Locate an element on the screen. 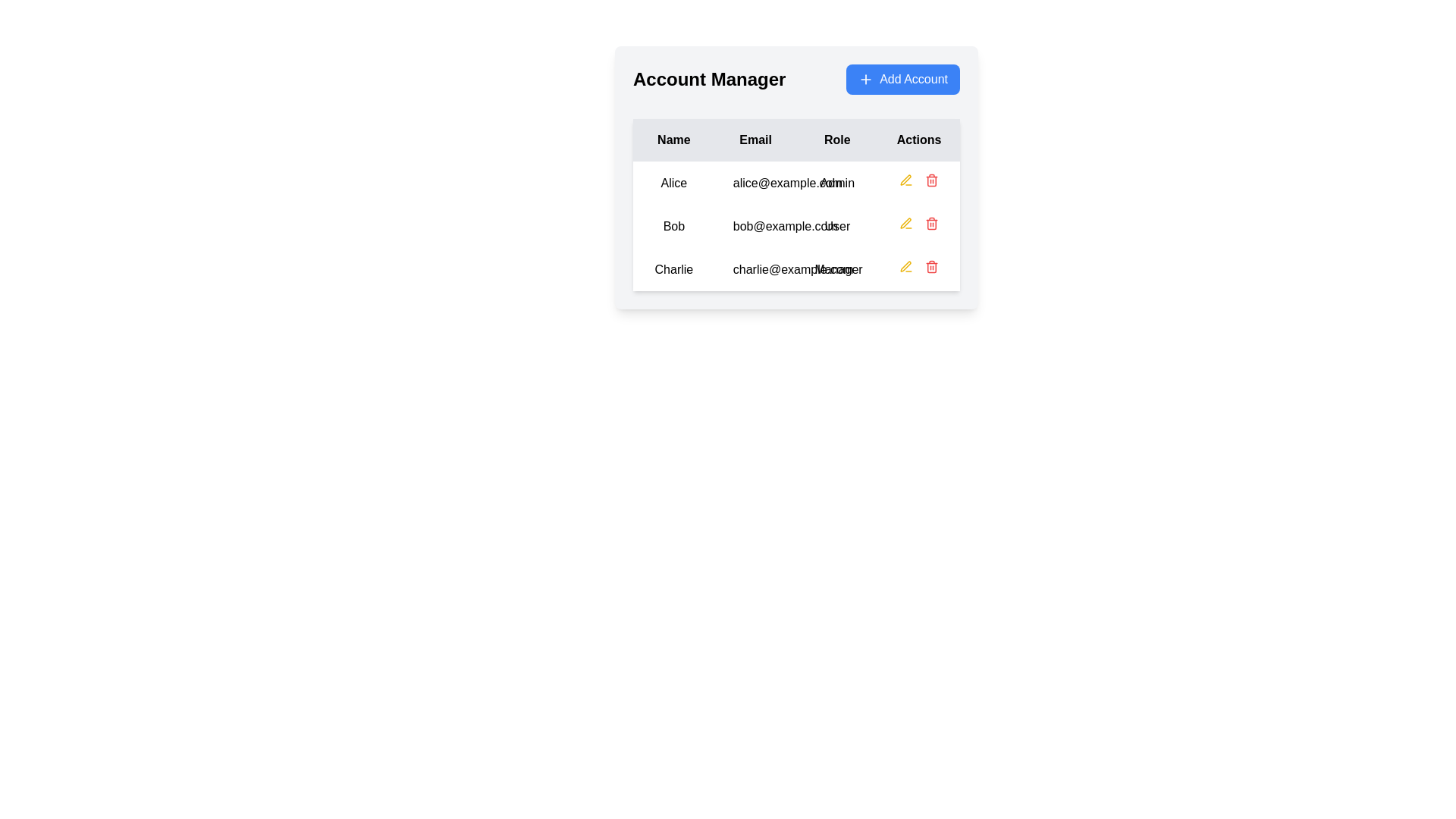 This screenshot has width=1456, height=819. the text label 'Bob' located in the second row of the 'Name' column in the 'Account Manager' table is located at coordinates (673, 226).